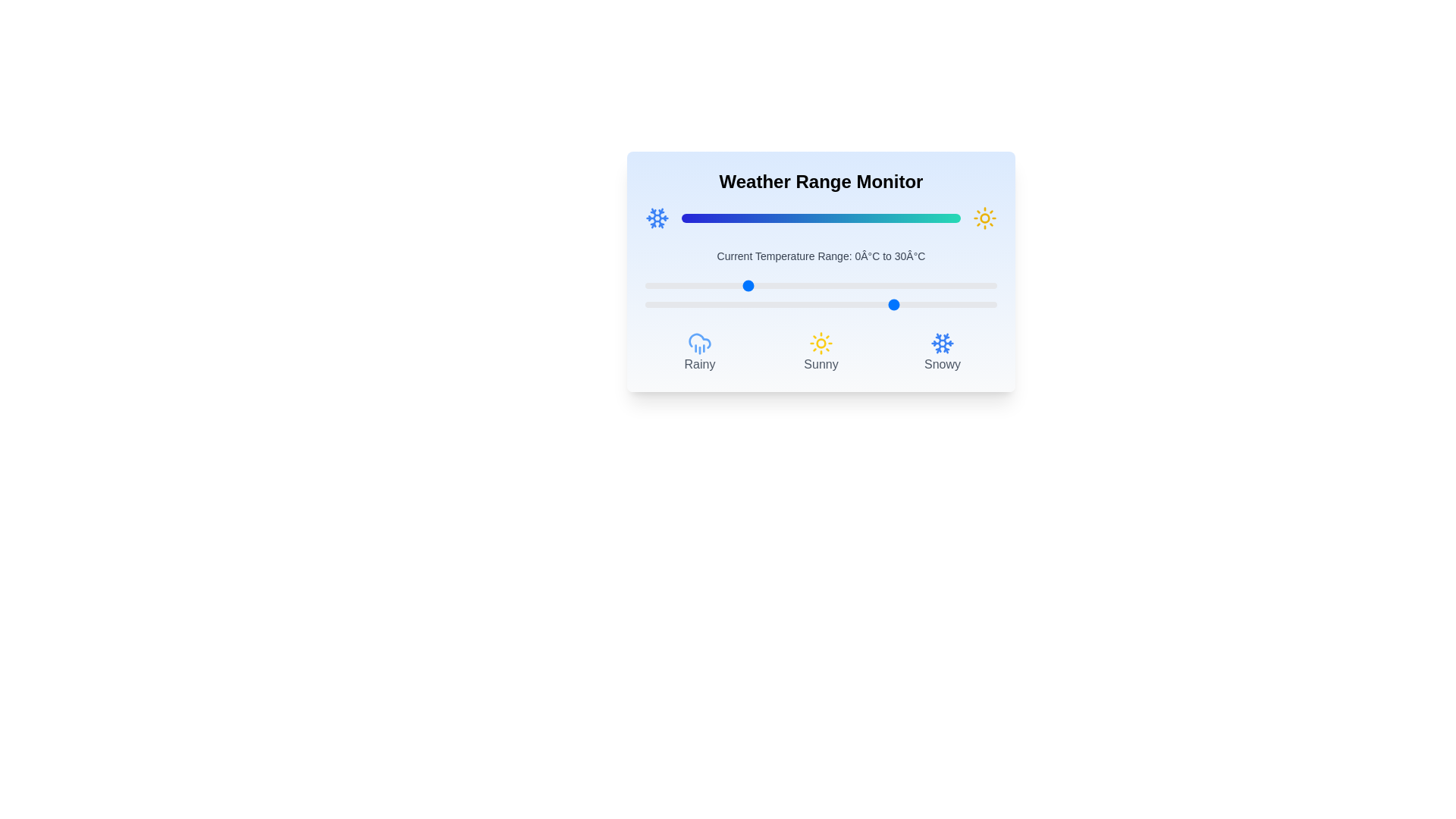  I want to click on the slider, so click(745, 286).